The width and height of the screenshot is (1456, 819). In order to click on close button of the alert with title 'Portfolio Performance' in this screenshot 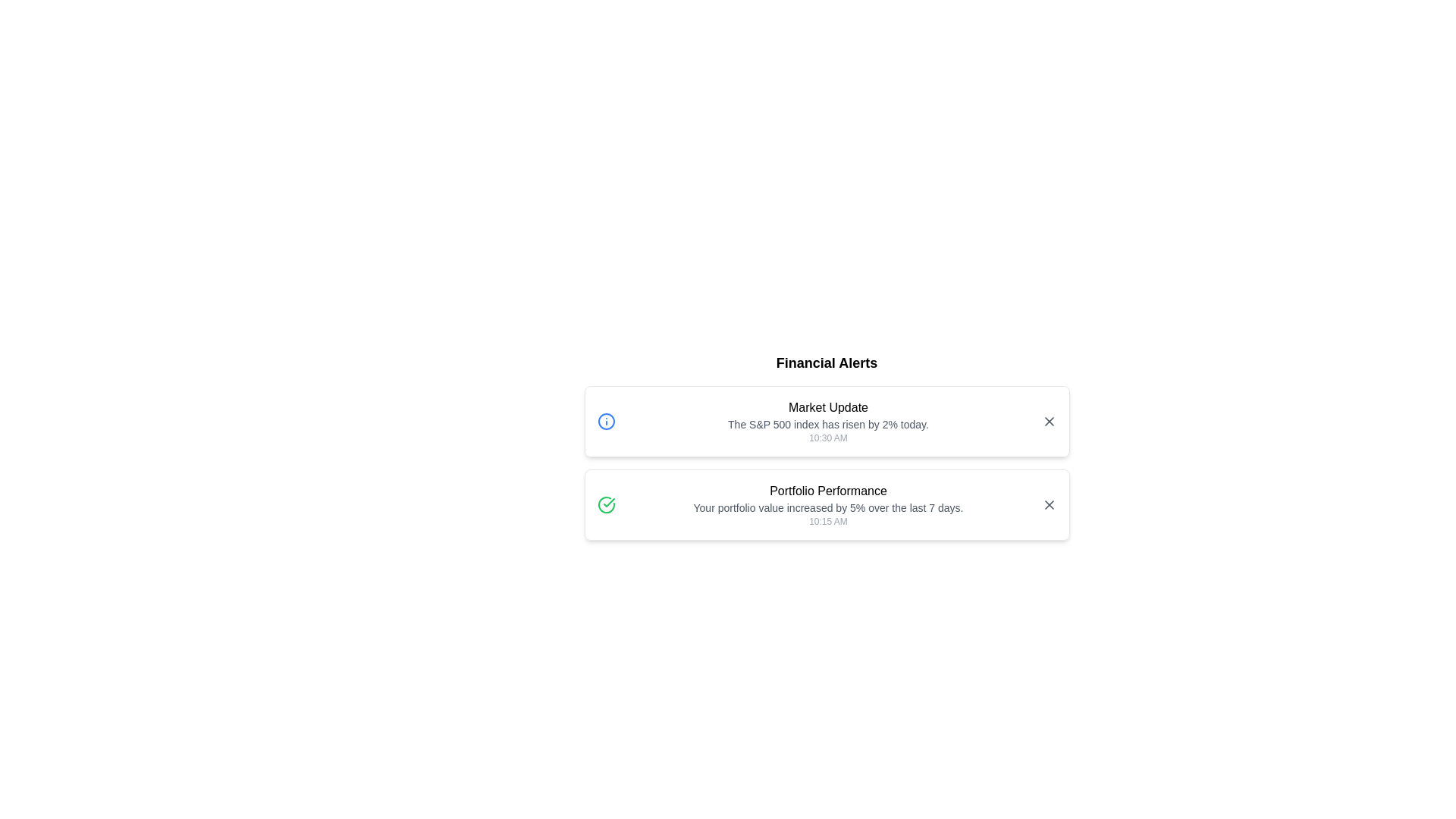, I will do `click(1048, 505)`.